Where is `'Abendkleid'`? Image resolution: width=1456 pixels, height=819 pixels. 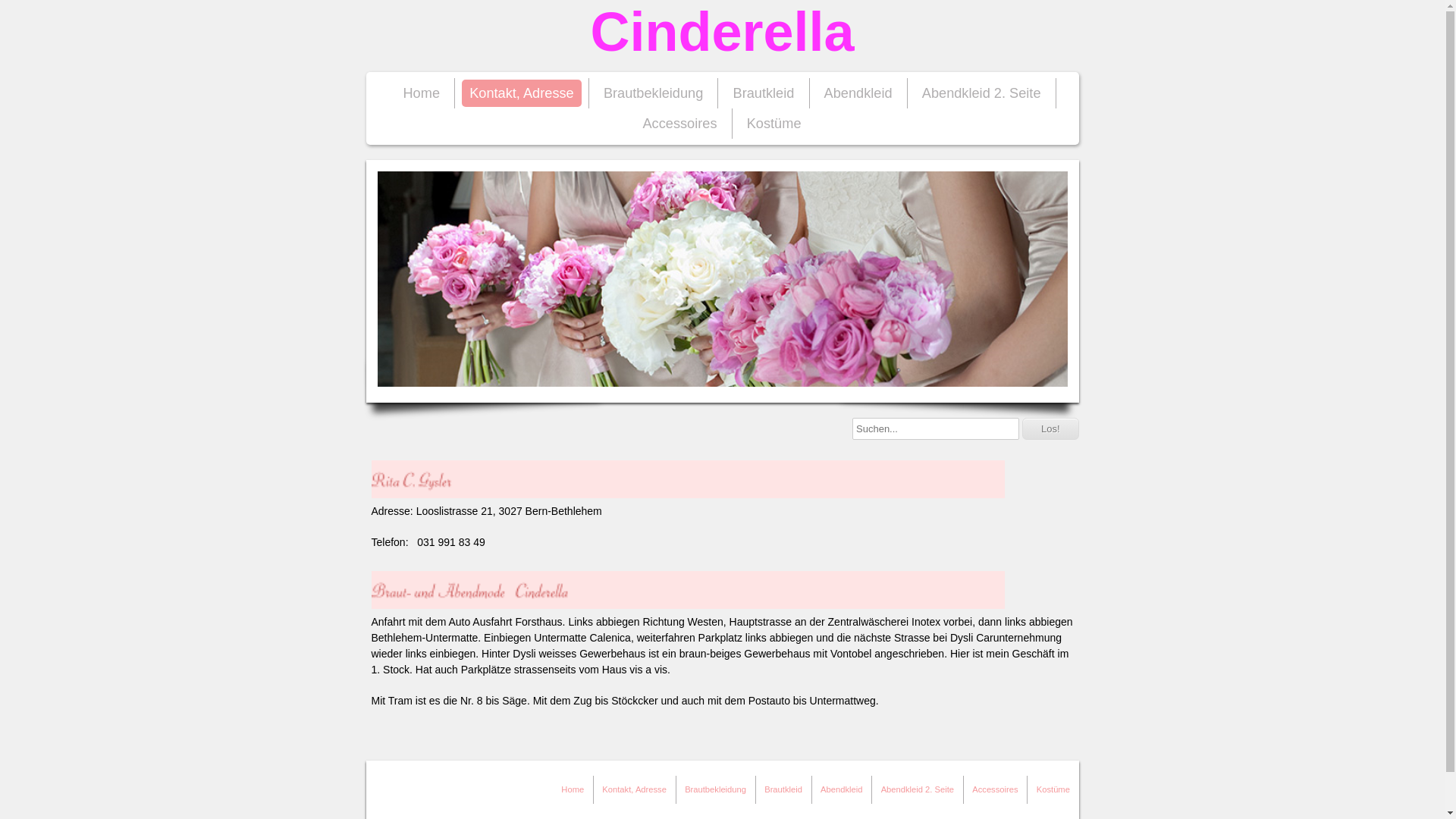
'Abendkleid' is located at coordinates (858, 93).